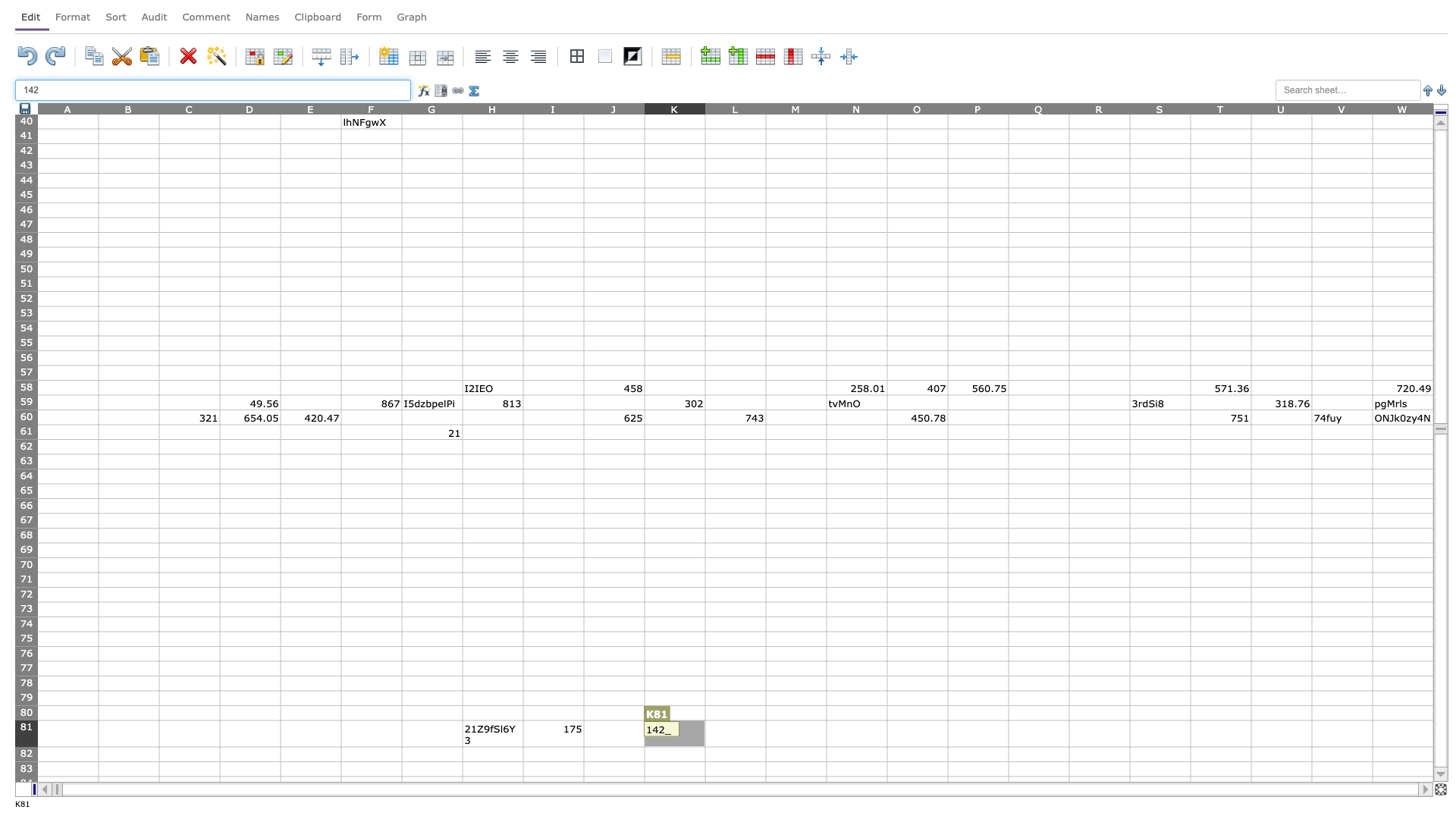  Describe the element at coordinates (765, 733) in the screenshot. I see `right border of L81` at that location.